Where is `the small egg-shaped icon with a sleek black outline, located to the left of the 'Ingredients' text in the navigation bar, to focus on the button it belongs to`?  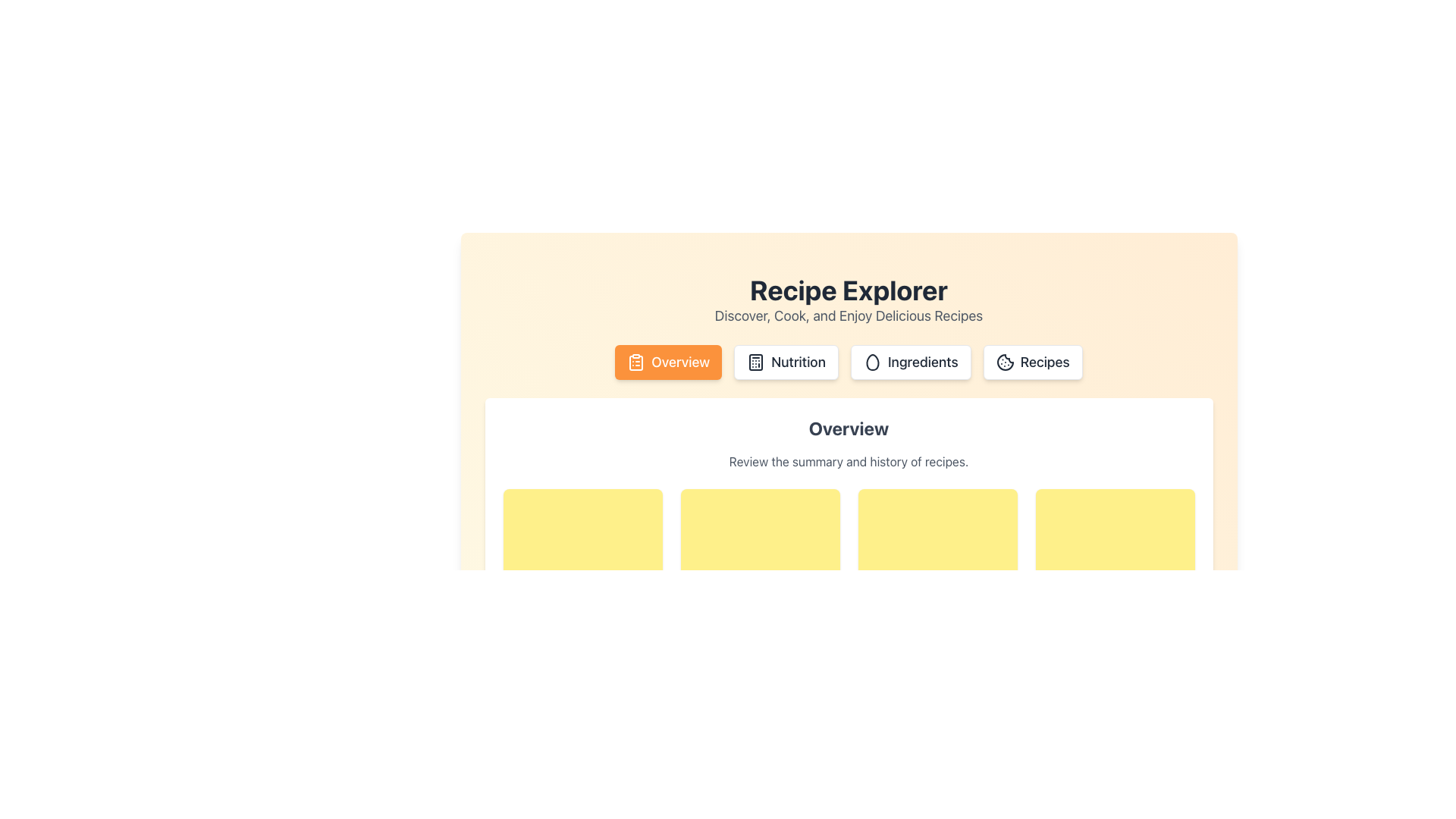
the small egg-shaped icon with a sleek black outline, located to the left of the 'Ingredients' text in the navigation bar, to focus on the button it belongs to is located at coordinates (873, 362).